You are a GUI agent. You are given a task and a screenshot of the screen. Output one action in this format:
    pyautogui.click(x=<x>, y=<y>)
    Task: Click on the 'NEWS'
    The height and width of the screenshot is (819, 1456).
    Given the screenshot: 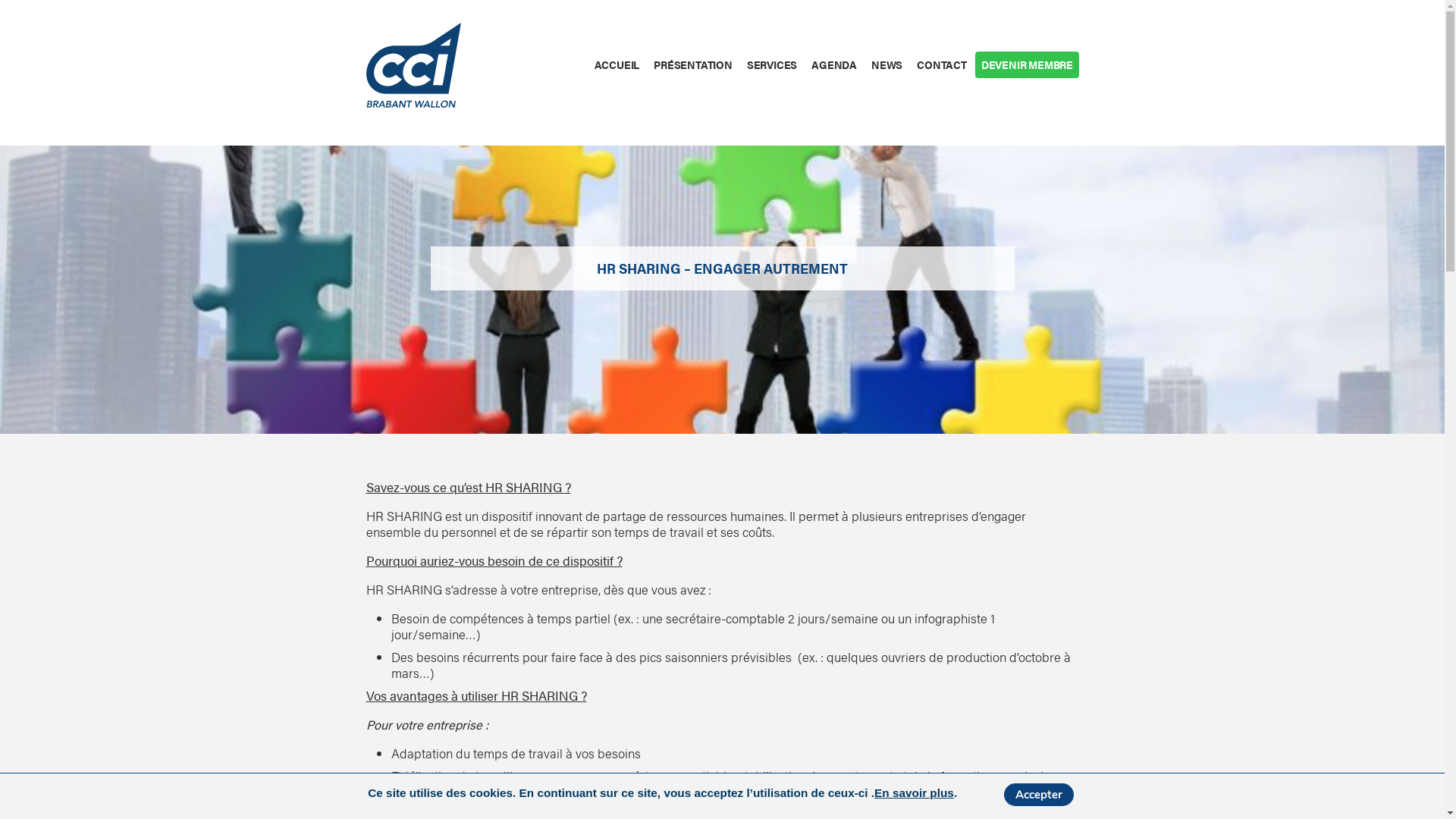 What is the action you would take?
    pyautogui.click(x=886, y=64)
    